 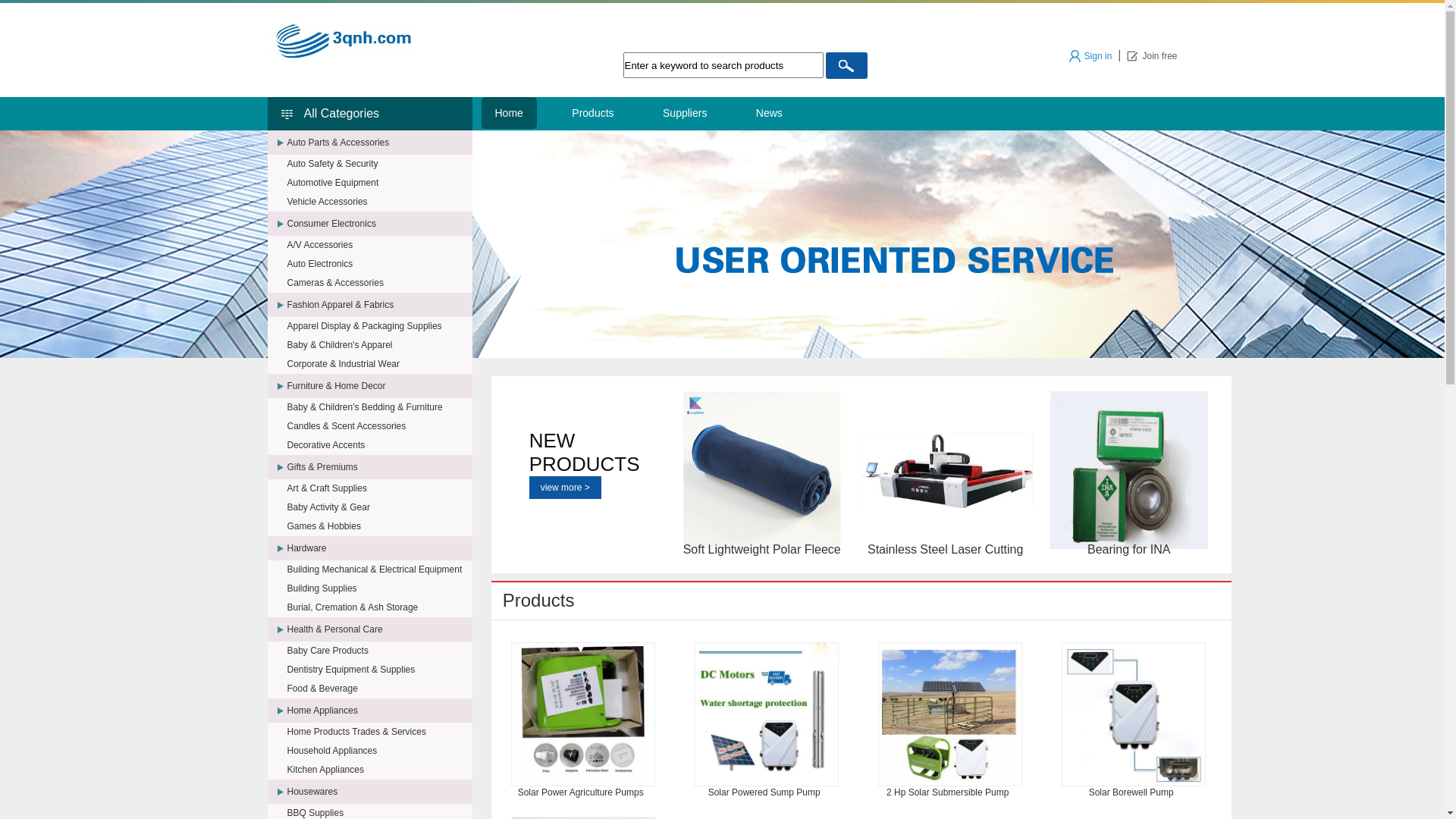 I want to click on 'Baby & Children's Bedding & Furniture', so click(x=378, y=406).